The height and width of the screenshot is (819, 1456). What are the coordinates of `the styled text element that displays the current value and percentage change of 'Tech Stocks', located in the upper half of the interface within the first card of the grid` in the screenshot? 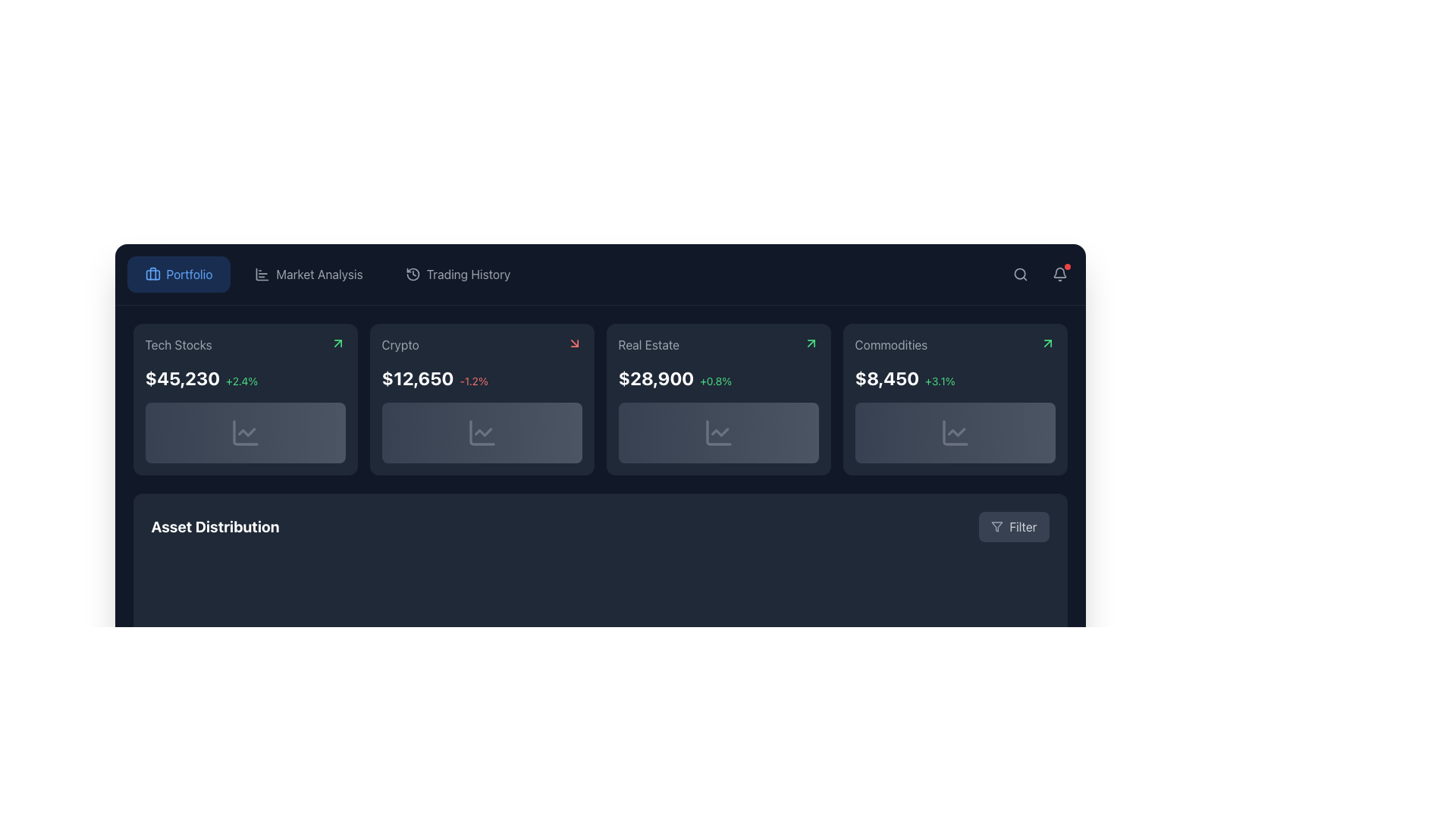 It's located at (245, 377).